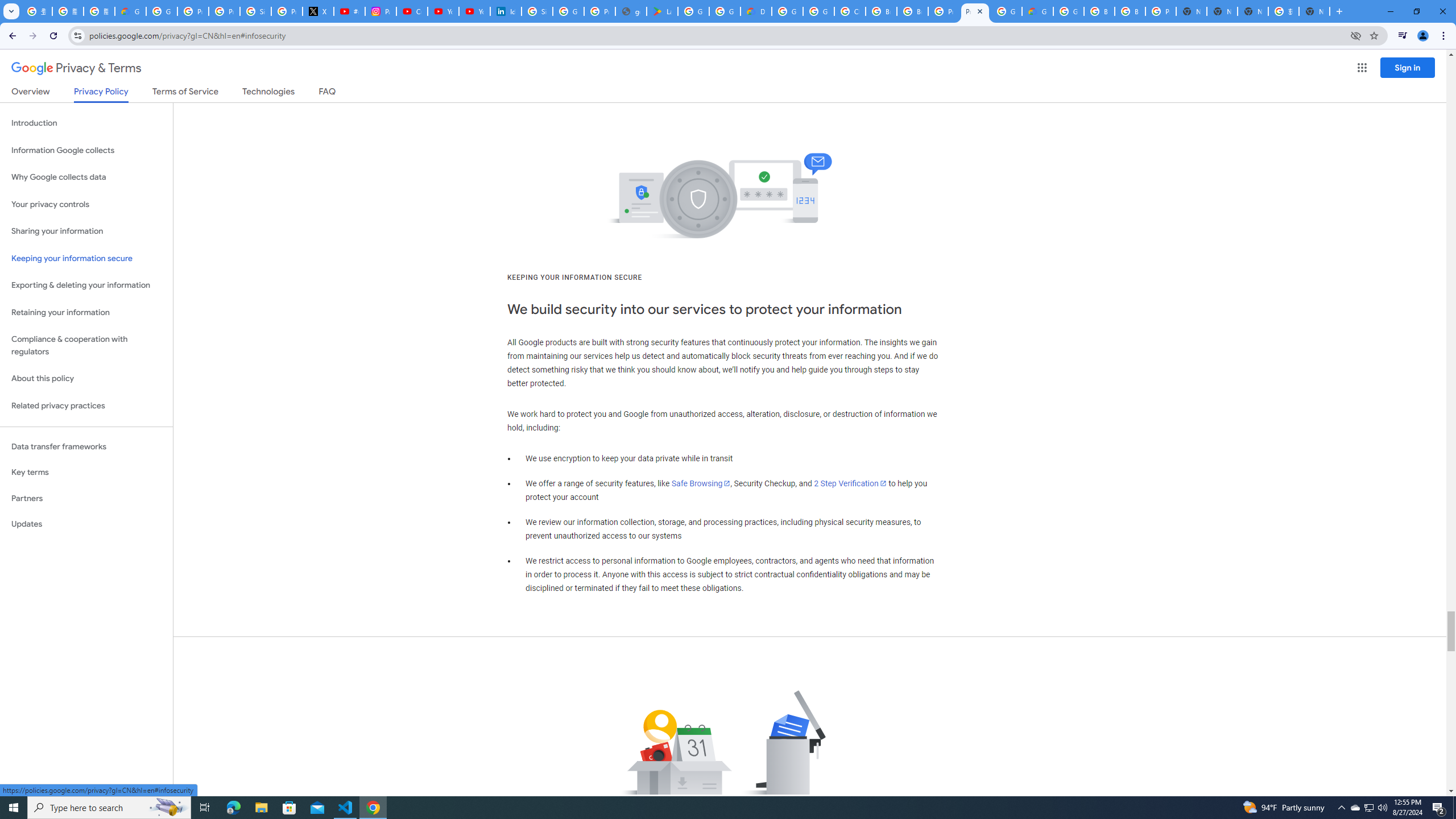  What do you see at coordinates (700, 483) in the screenshot?
I see `'Safe Browsing'` at bounding box center [700, 483].